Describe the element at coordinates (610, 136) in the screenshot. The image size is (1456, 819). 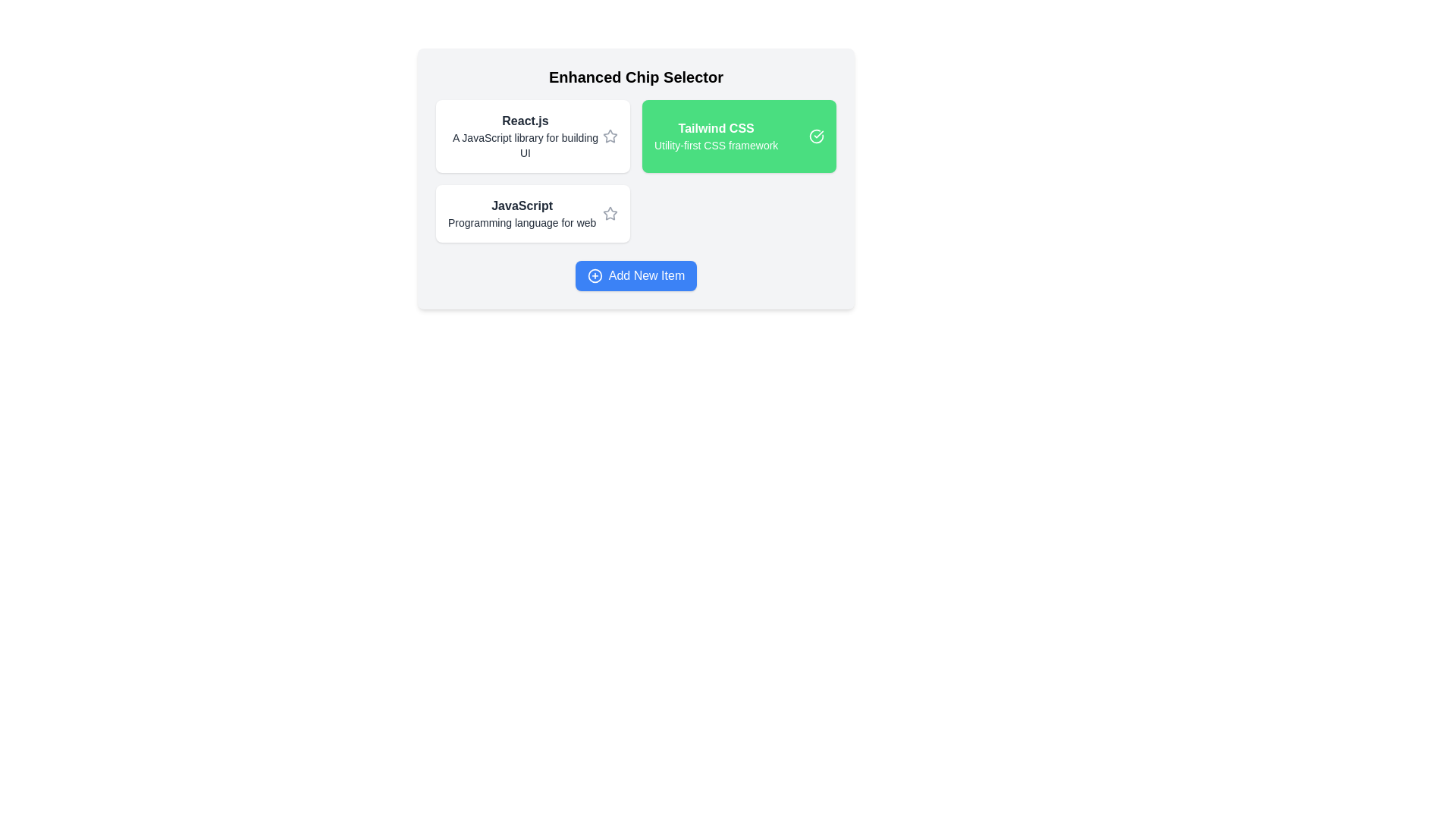
I see `the inactive star-shaped icon located to the right of the text 'React.js A JavaScript library for building UI'` at that location.